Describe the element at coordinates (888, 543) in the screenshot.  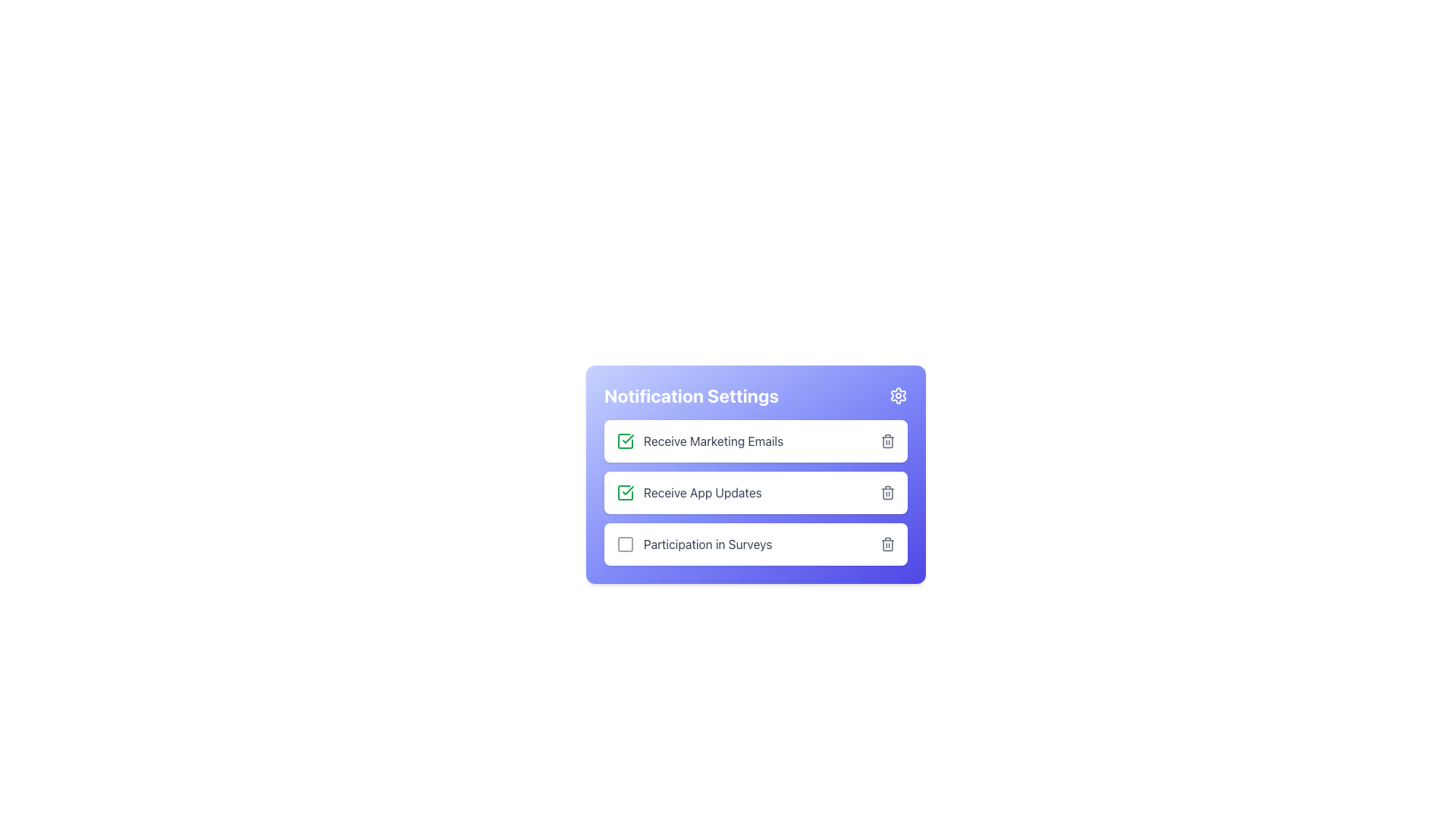
I see `the trash can icon located at the right end of the 'Participation in Surveys' item` at that location.